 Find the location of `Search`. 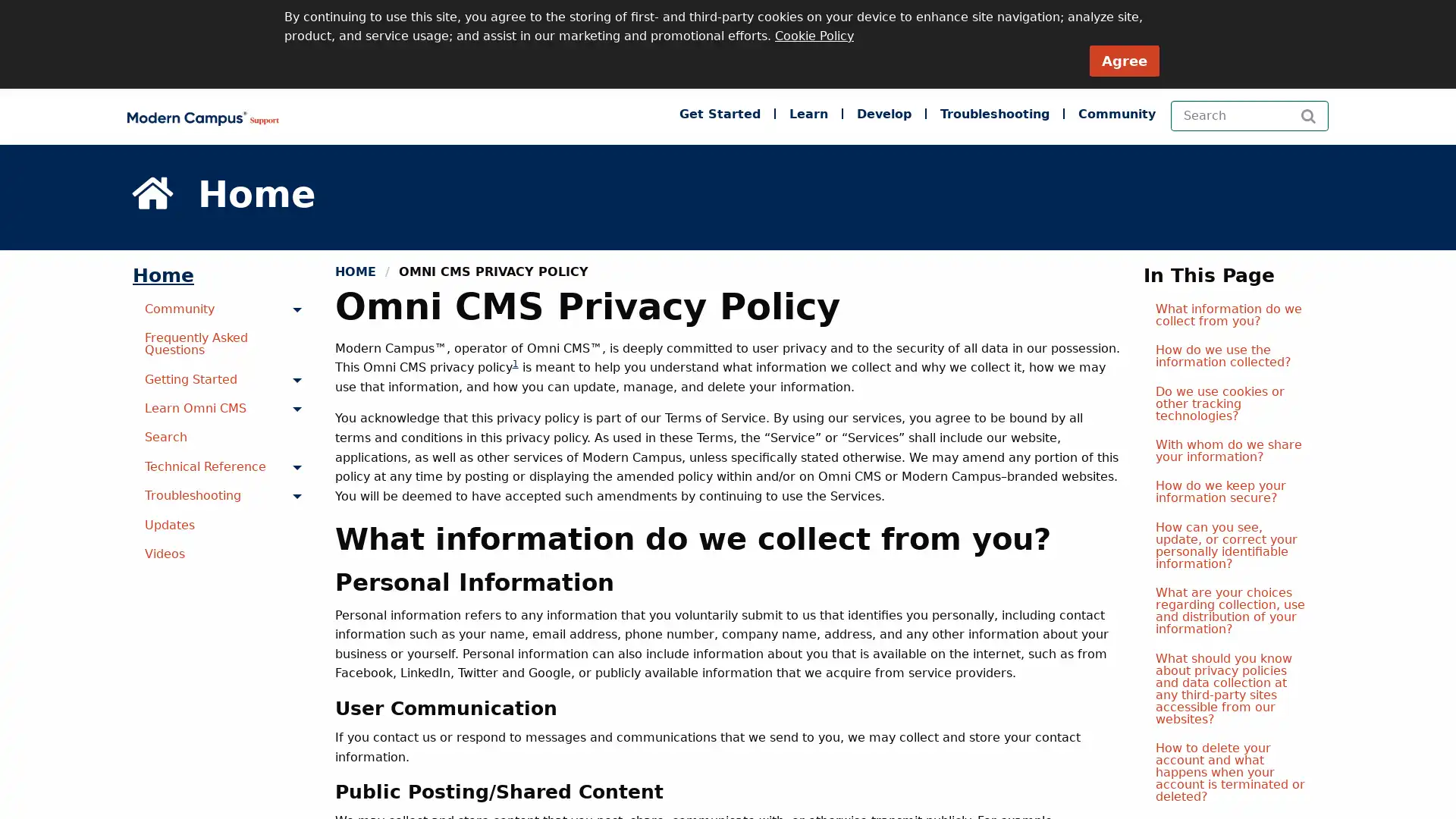

Search is located at coordinates (1307, 114).